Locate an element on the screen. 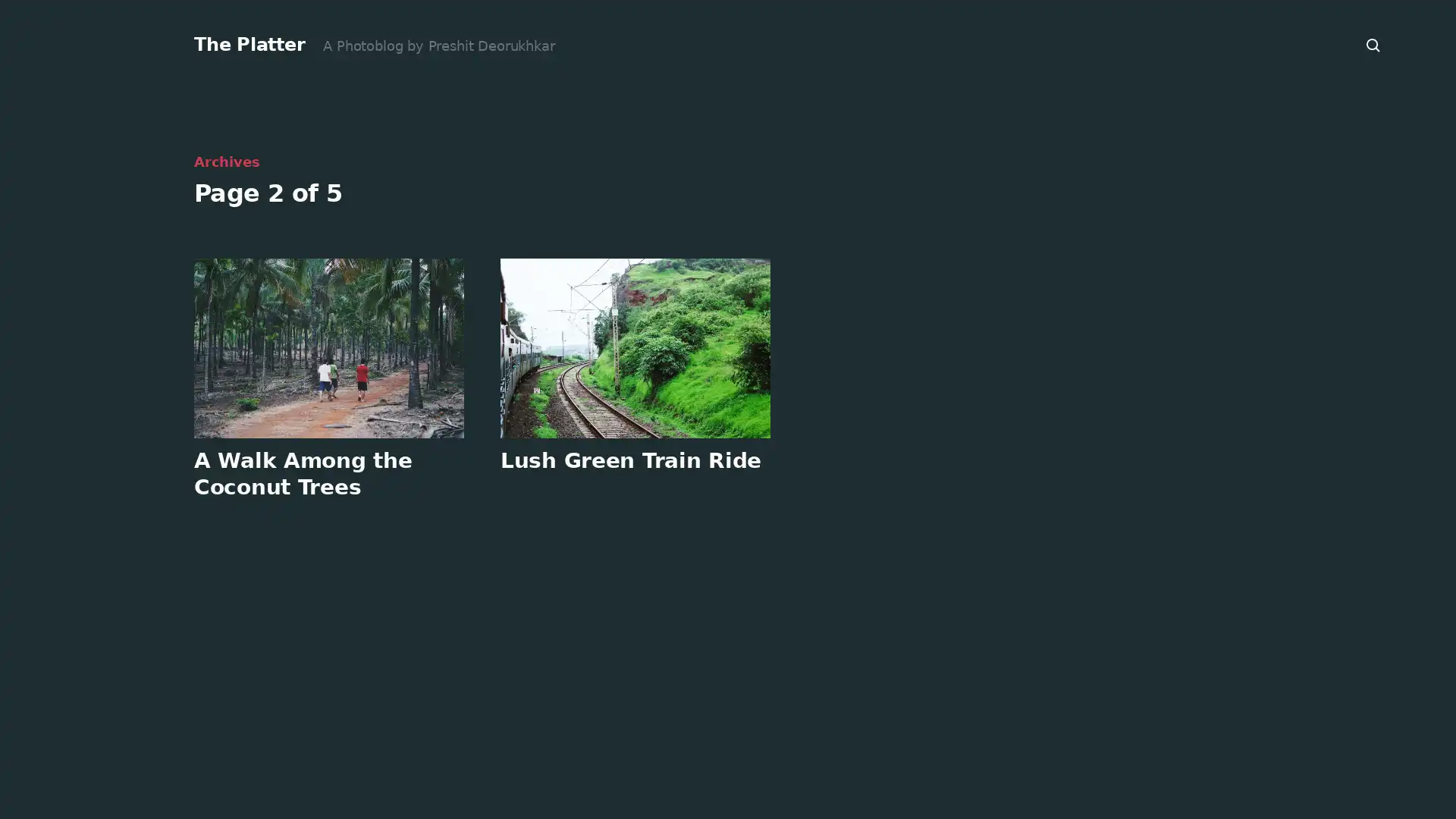  Search is located at coordinates (1373, 45).